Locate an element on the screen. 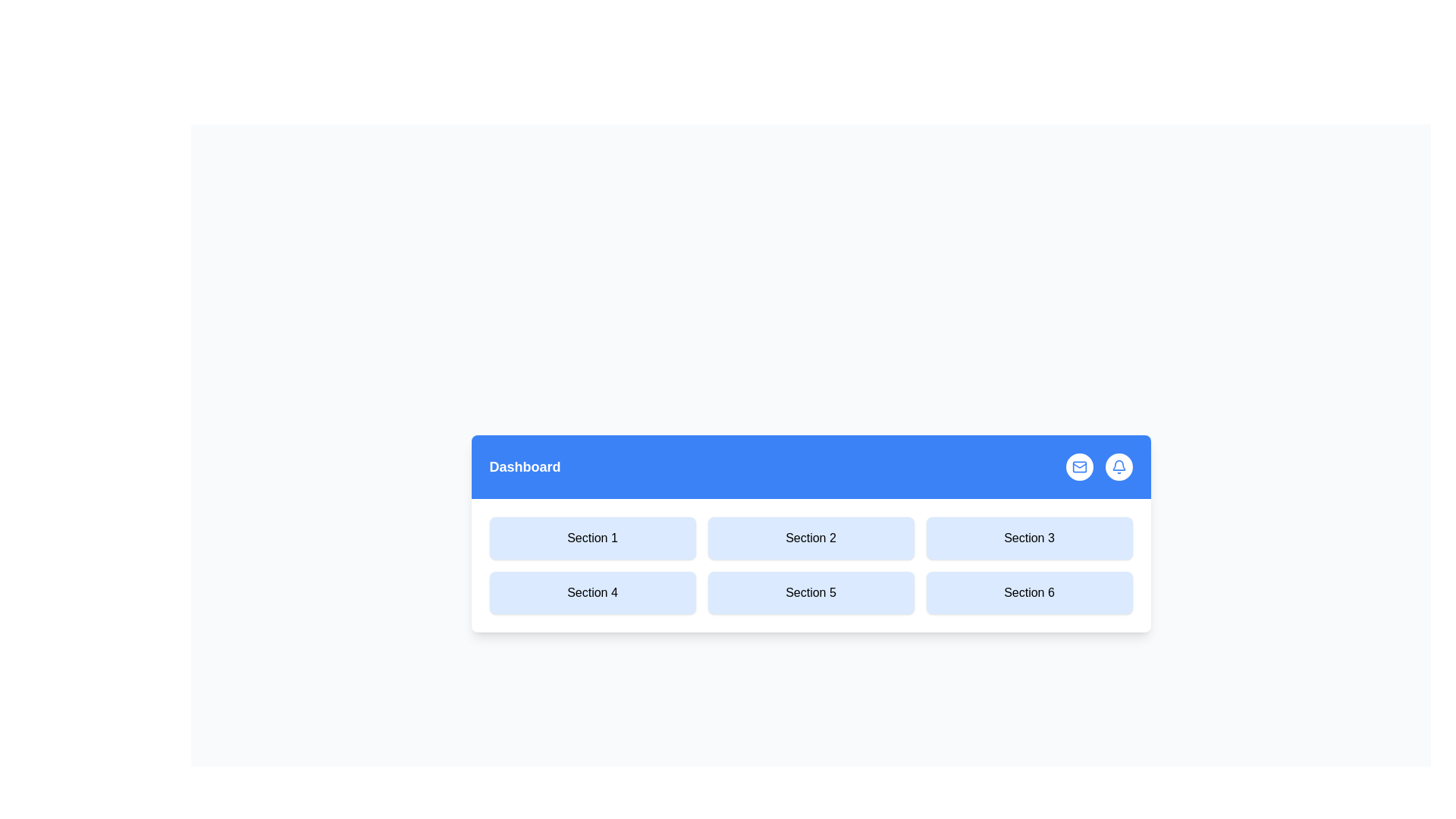 Image resolution: width=1456 pixels, height=819 pixels. the circular white button with a blue border and a bell icon located at the top-right corner of the blue interface header is located at coordinates (1119, 466).